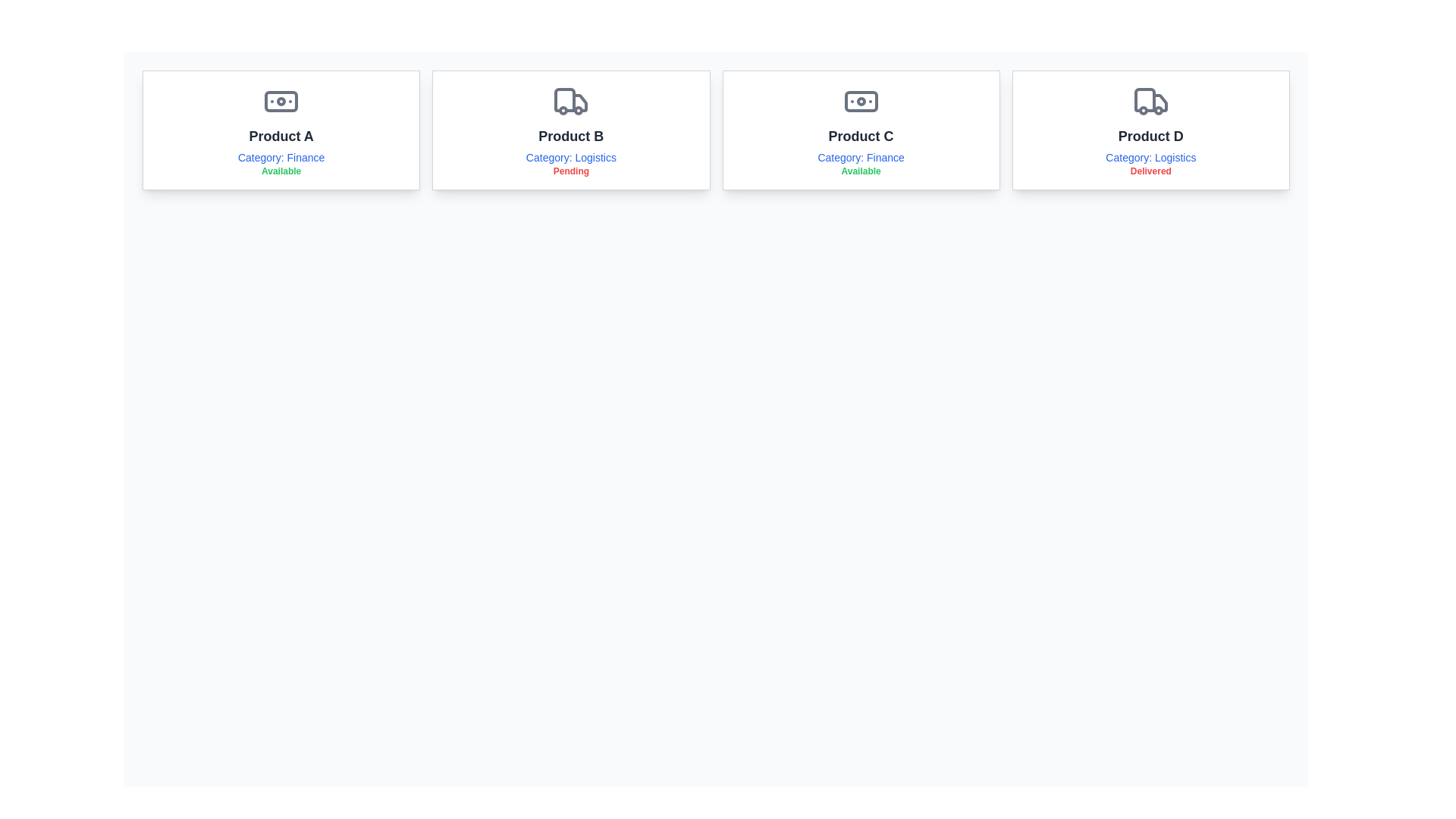 This screenshot has height=819, width=1456. What do you see at coordinates (1159, 102) in the screenshot?
I see `the non-interactive graphical component representing the rear section of the truck icon for 'Product D', located at the top-right of the truck shape` at bounding box center [1159, 102].